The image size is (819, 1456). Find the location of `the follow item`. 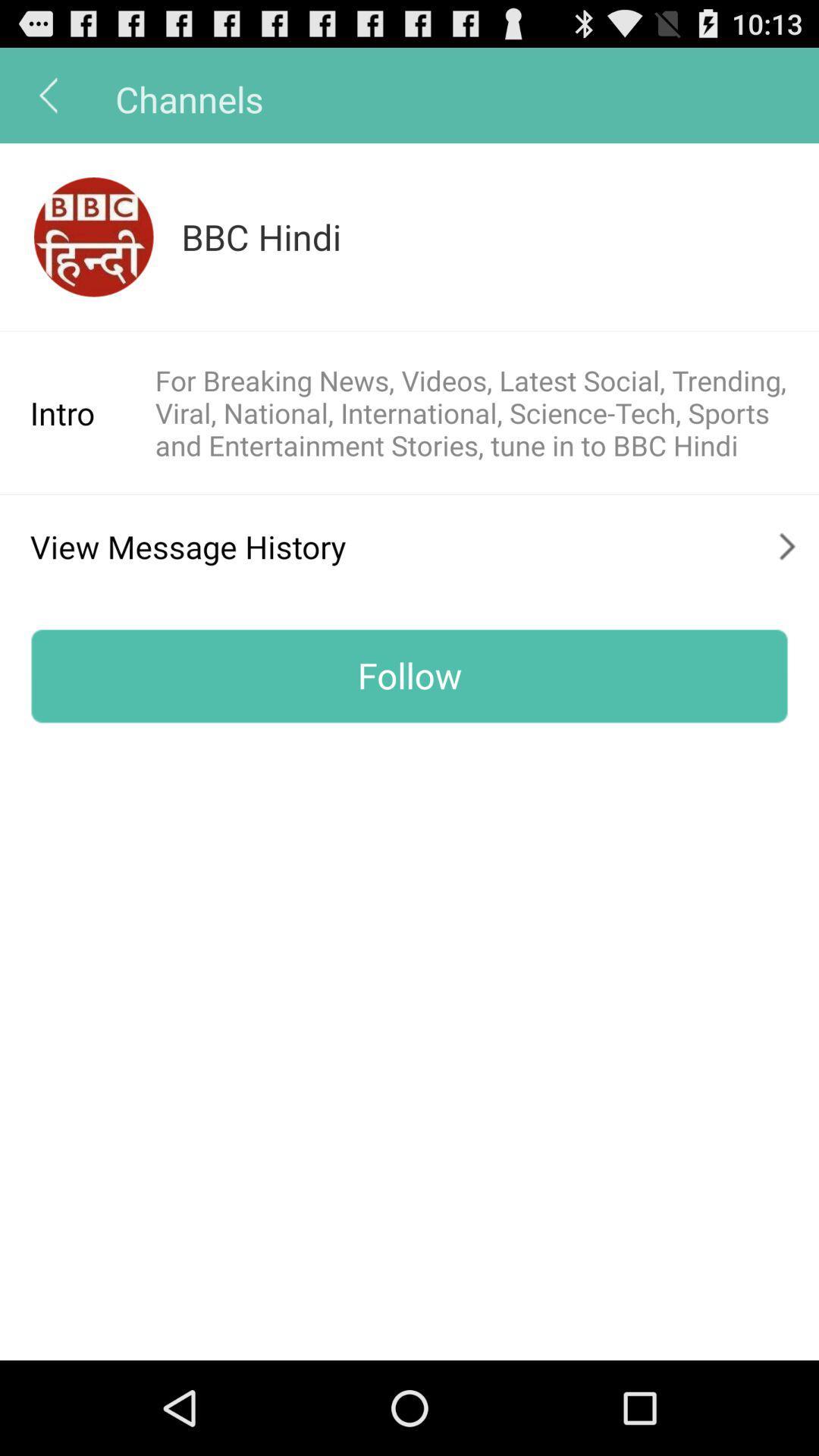

the follow item is located at coordinates (409, 675).